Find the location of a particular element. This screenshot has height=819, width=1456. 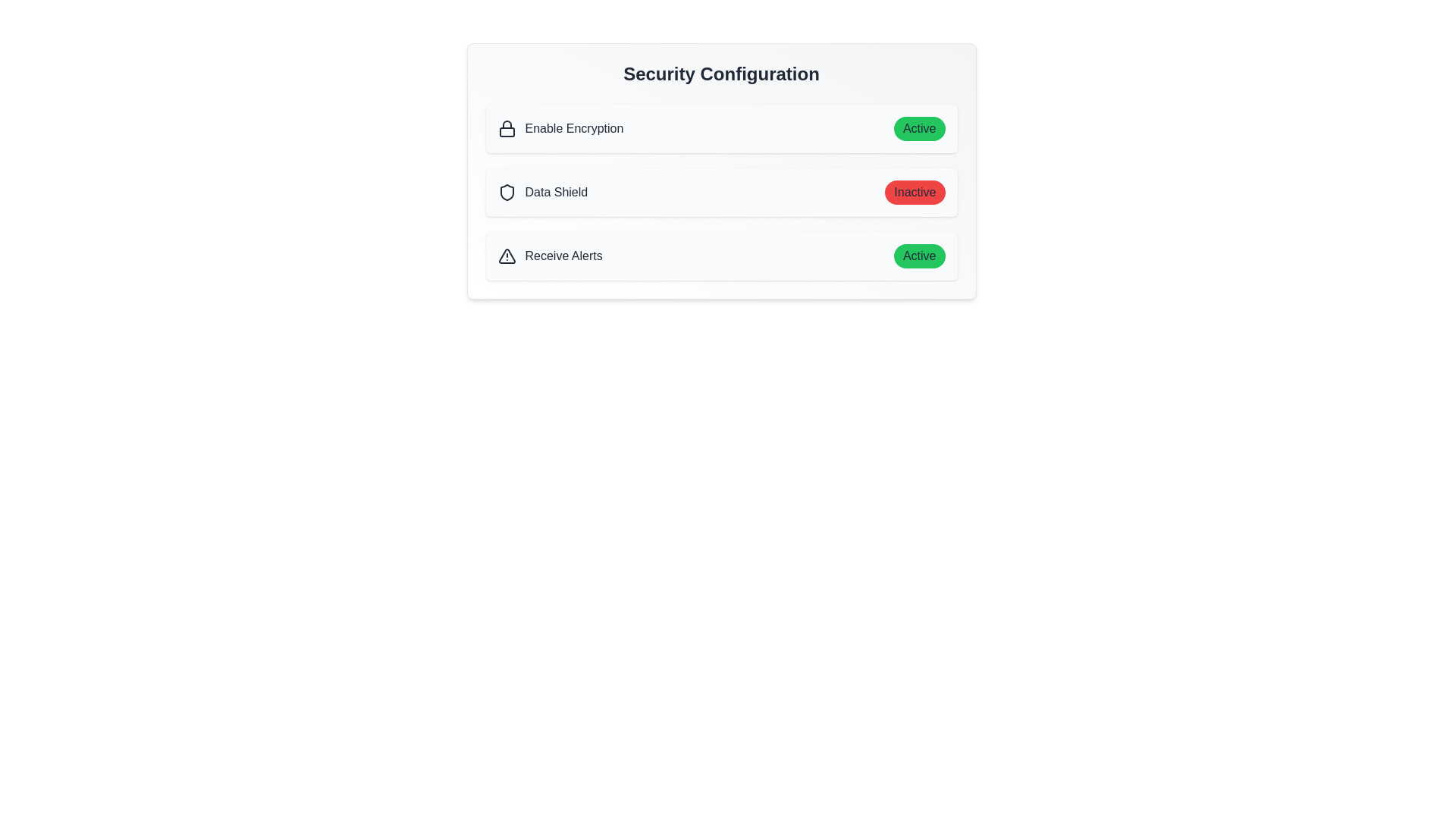

the 'Receive Alerts' label with the alert icon in the 'Security Configuration' section, which is the third item in a vertically stacked list is located at coordinates (549, 256).